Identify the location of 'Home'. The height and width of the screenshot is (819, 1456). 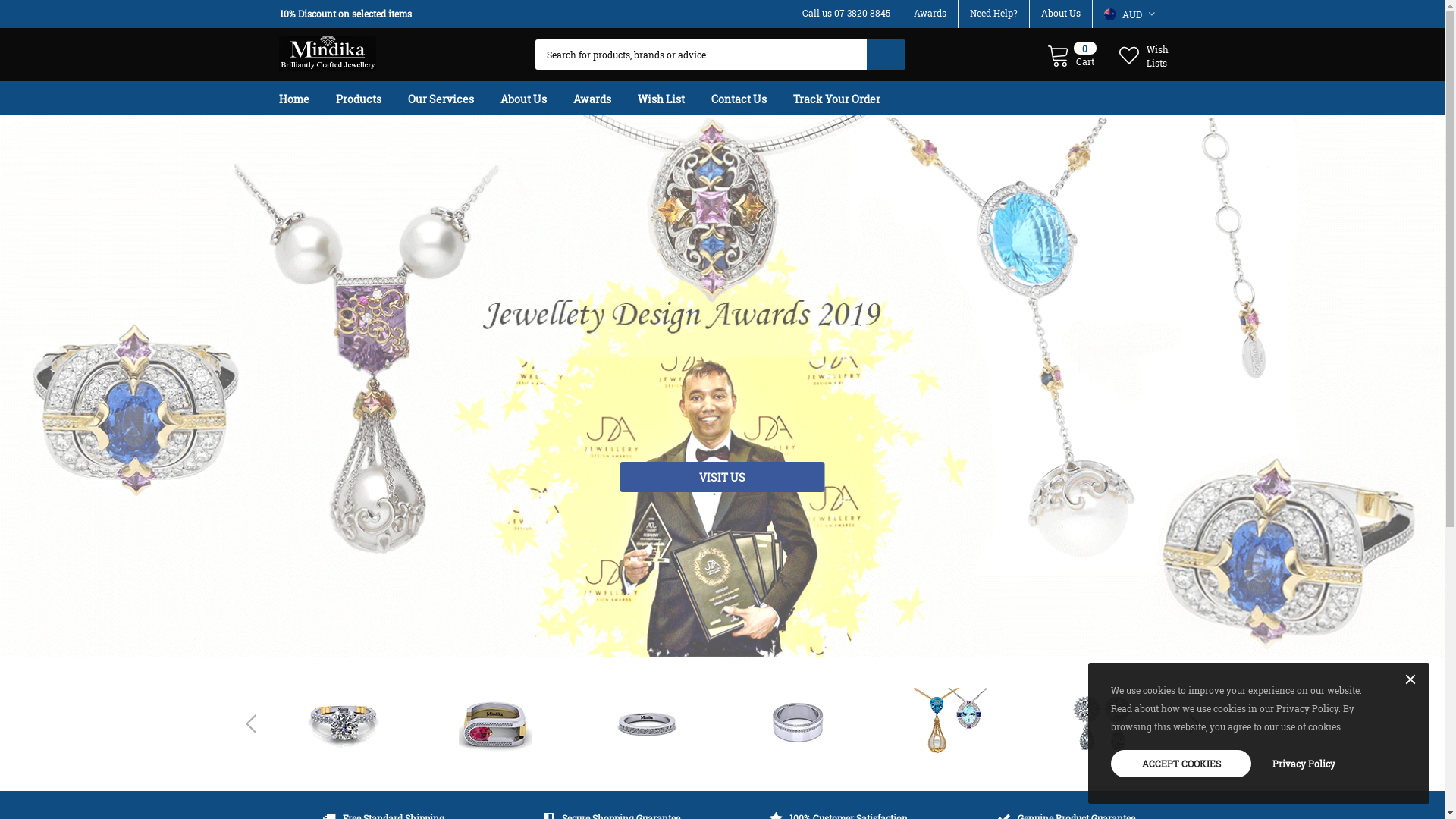
(305, 98).